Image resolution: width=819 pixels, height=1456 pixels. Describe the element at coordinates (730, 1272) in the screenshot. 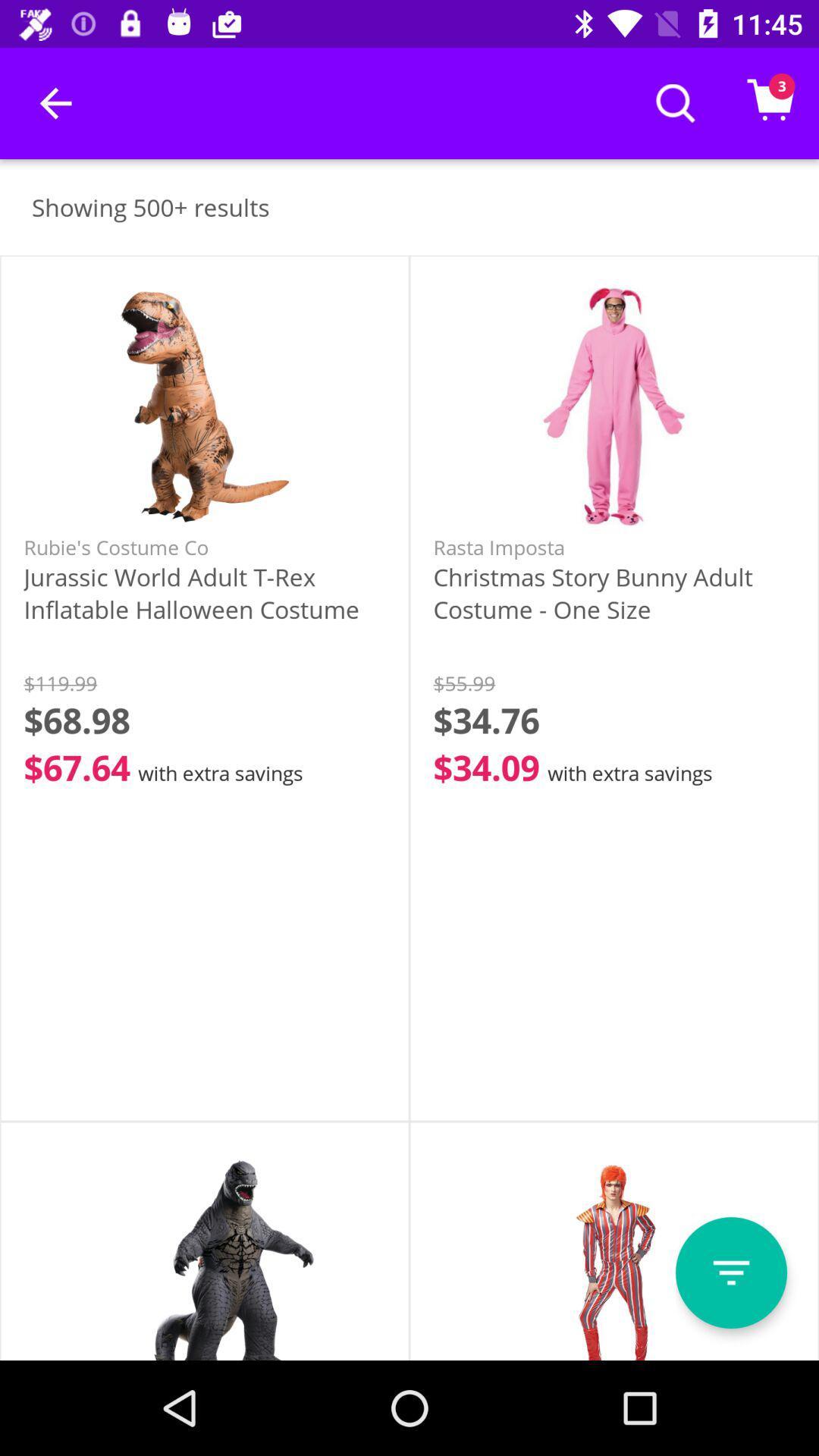

I see `the filter_list icon` at that location.